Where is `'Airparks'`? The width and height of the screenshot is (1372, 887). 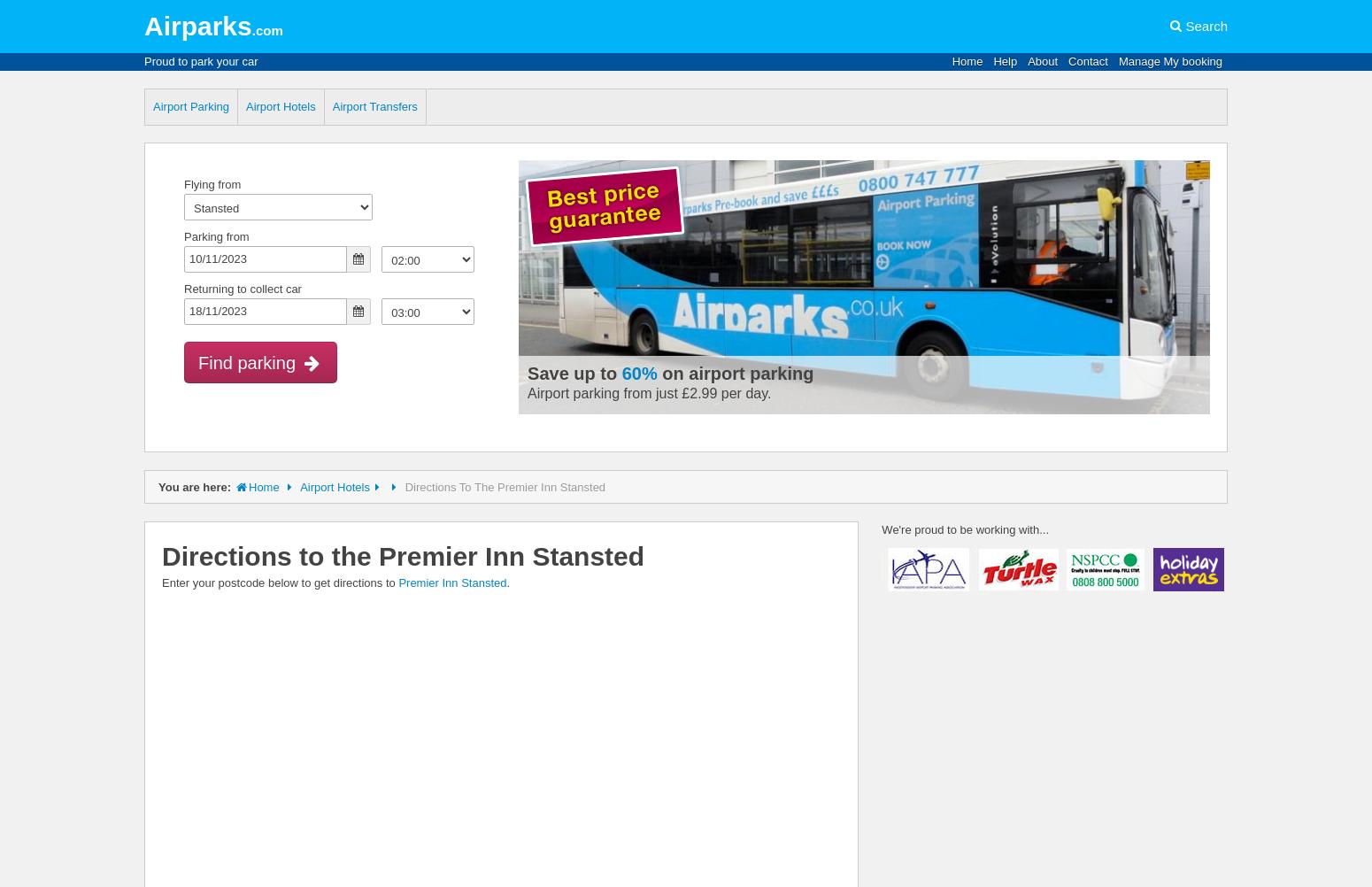
'Airparks' is located at coordinates (197, 26).